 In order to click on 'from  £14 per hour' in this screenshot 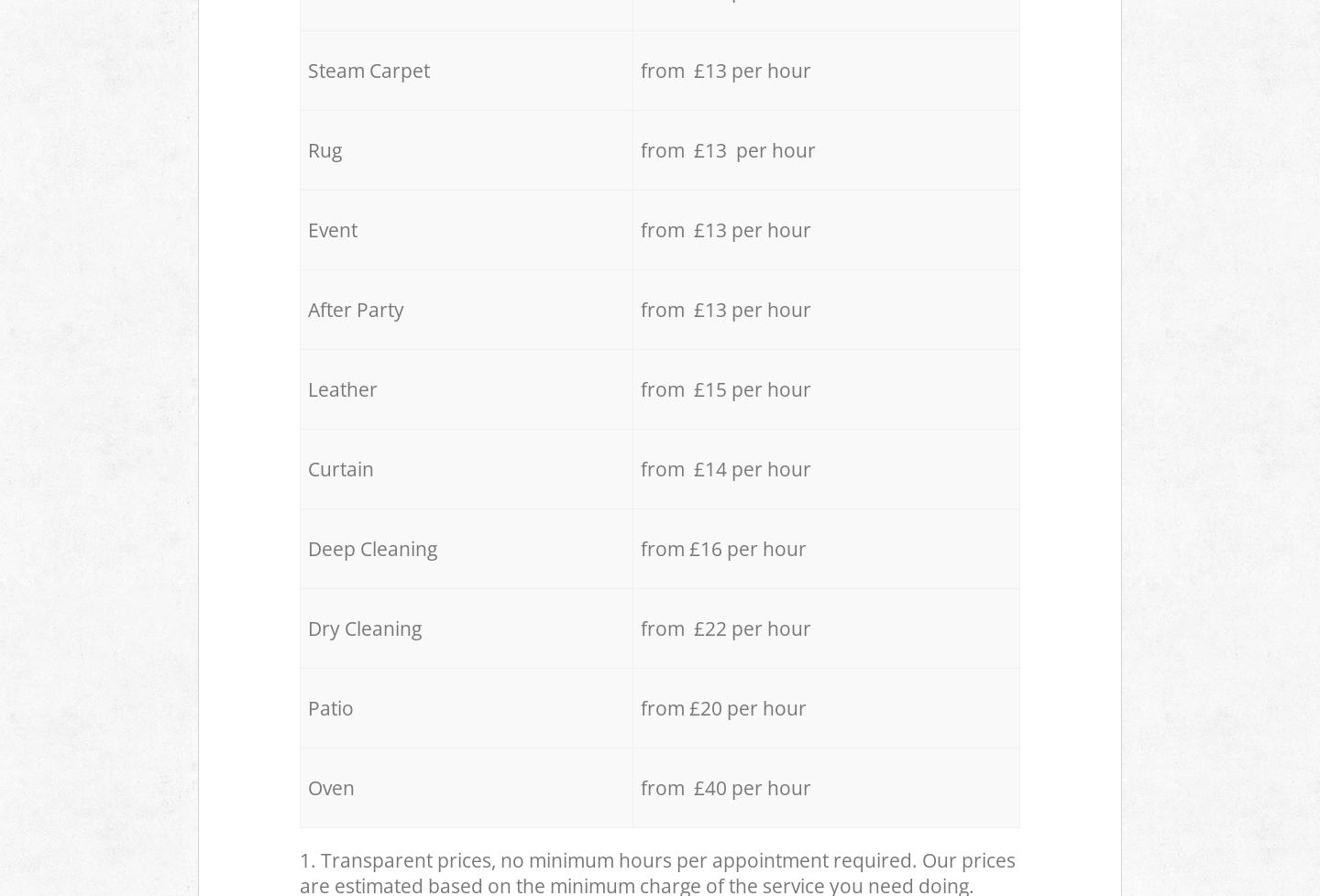, I will do `click(726, 468)`.